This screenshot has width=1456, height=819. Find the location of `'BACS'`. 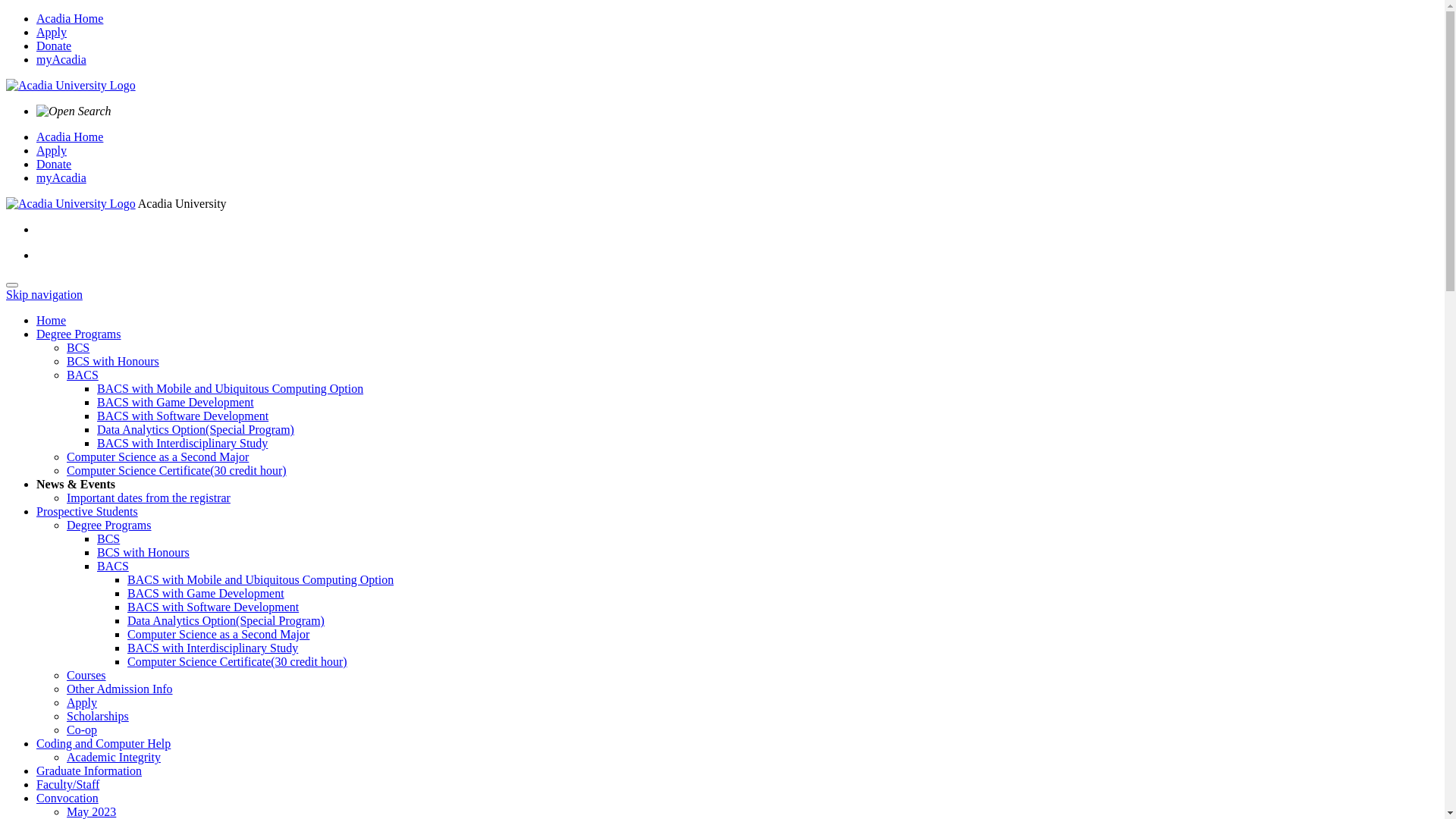

'BACS' is located at coordinates (82, 375).